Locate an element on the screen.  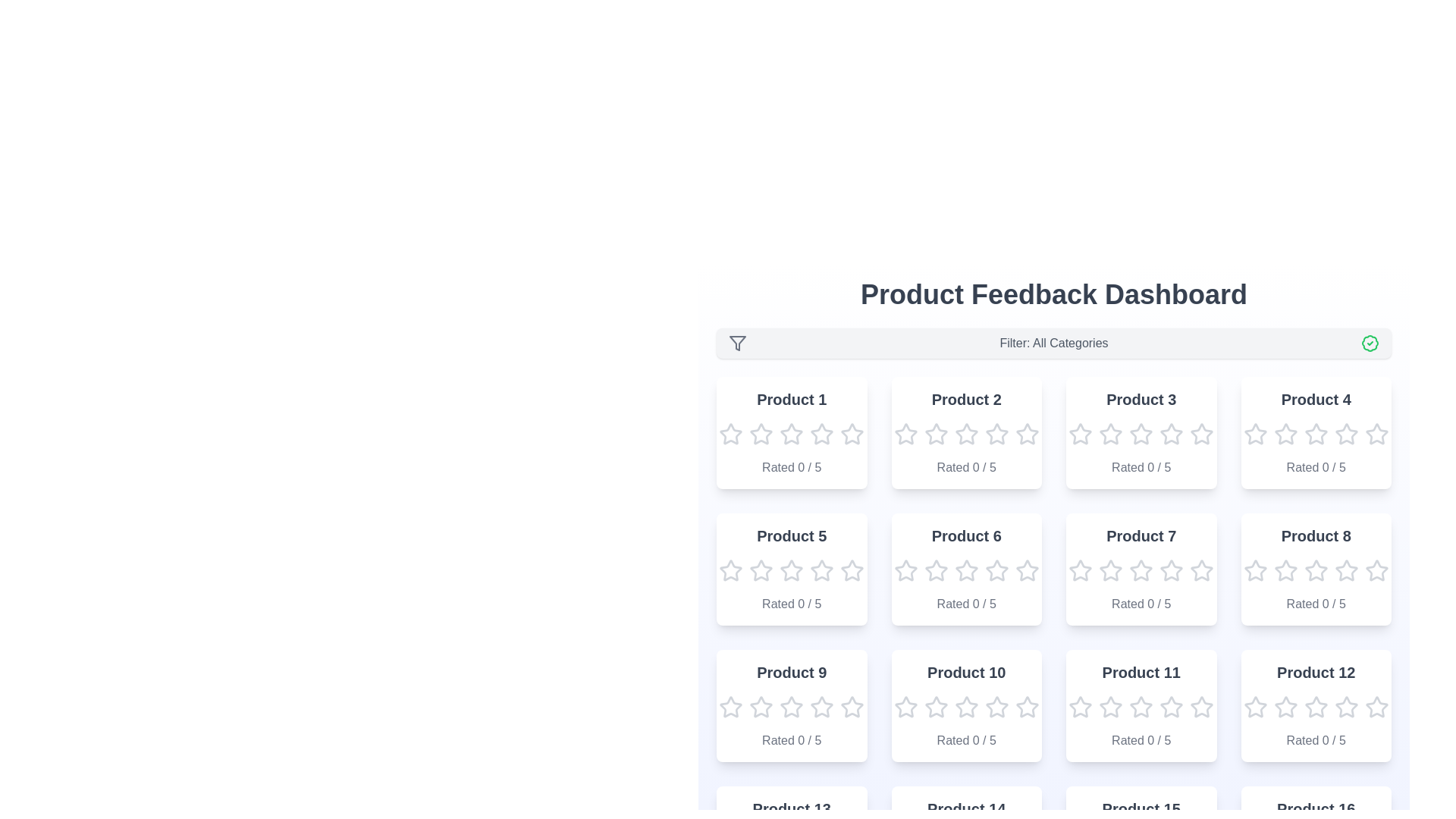
the header text 'Product Feedback Dashboard' to select or copy it is located at coordinates (1053, 295).